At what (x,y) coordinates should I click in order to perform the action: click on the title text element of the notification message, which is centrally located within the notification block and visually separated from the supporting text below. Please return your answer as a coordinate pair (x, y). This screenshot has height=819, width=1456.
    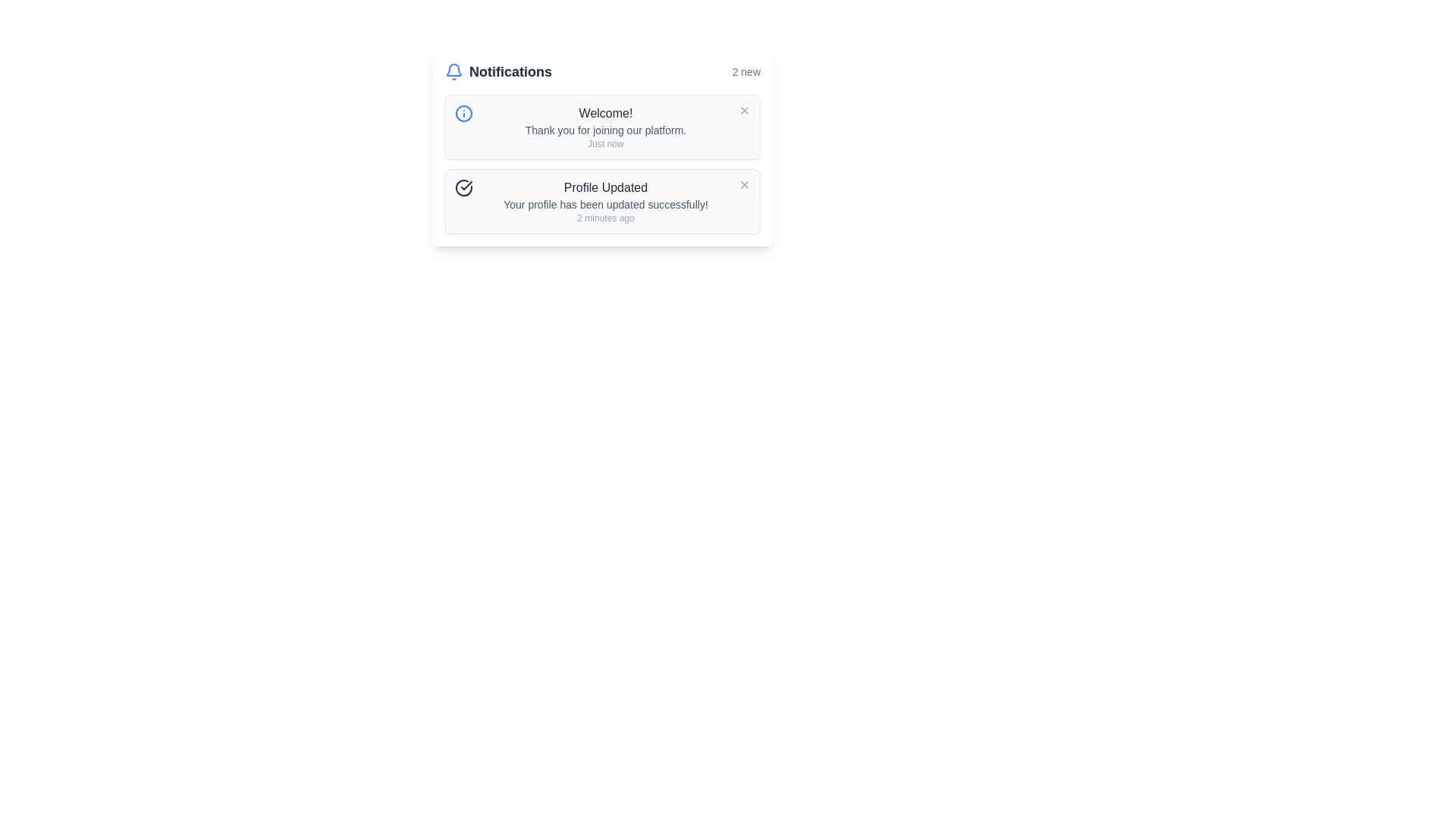
    Looking at the image, I should click on (604, 187).